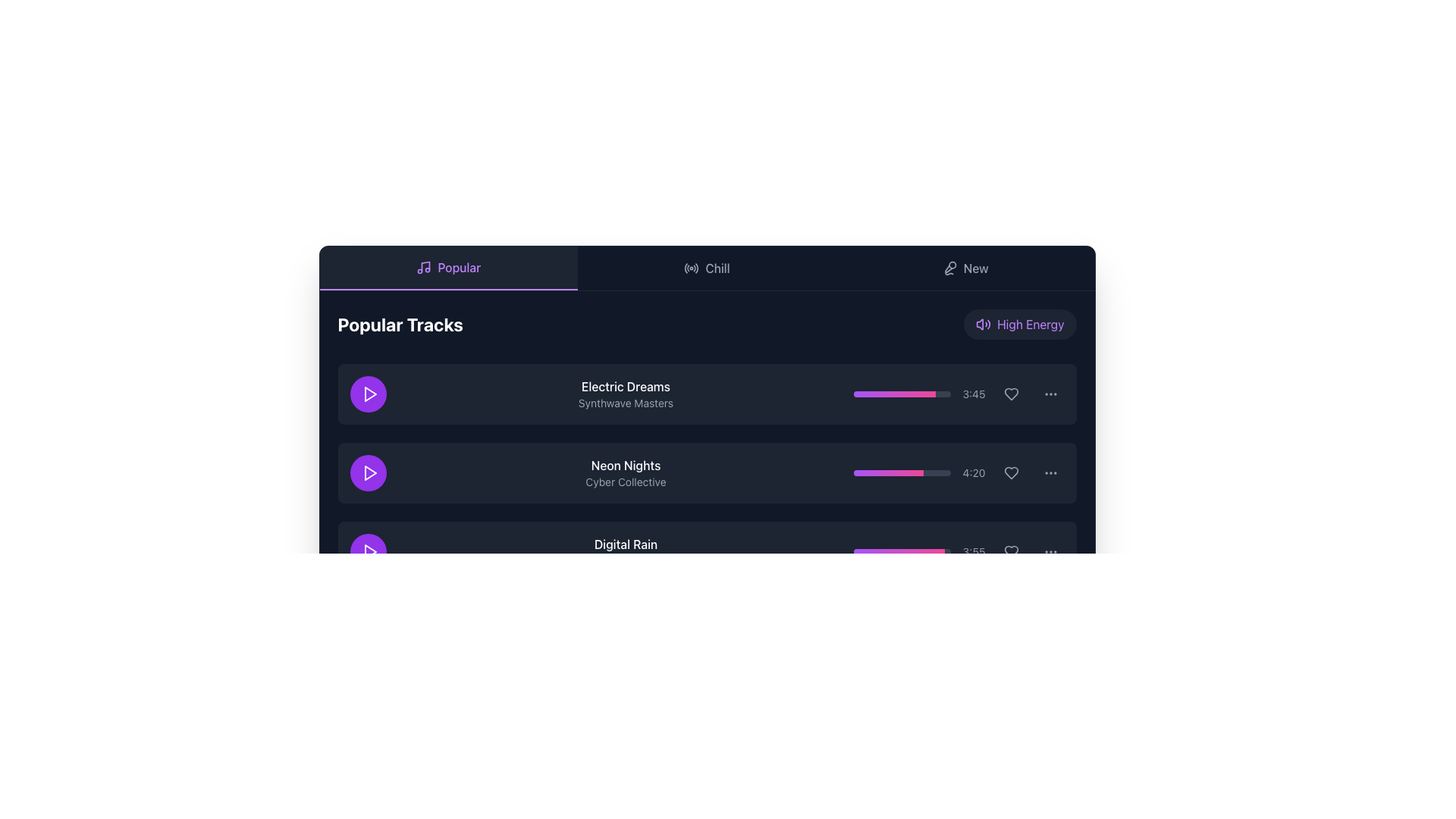 The height and width of the screenshot is (819, 1456). Describe the element at coordinates (1011, 472) in the screenshot. I see `the heart icon associated with the 'Neon Nights' track` at that location.